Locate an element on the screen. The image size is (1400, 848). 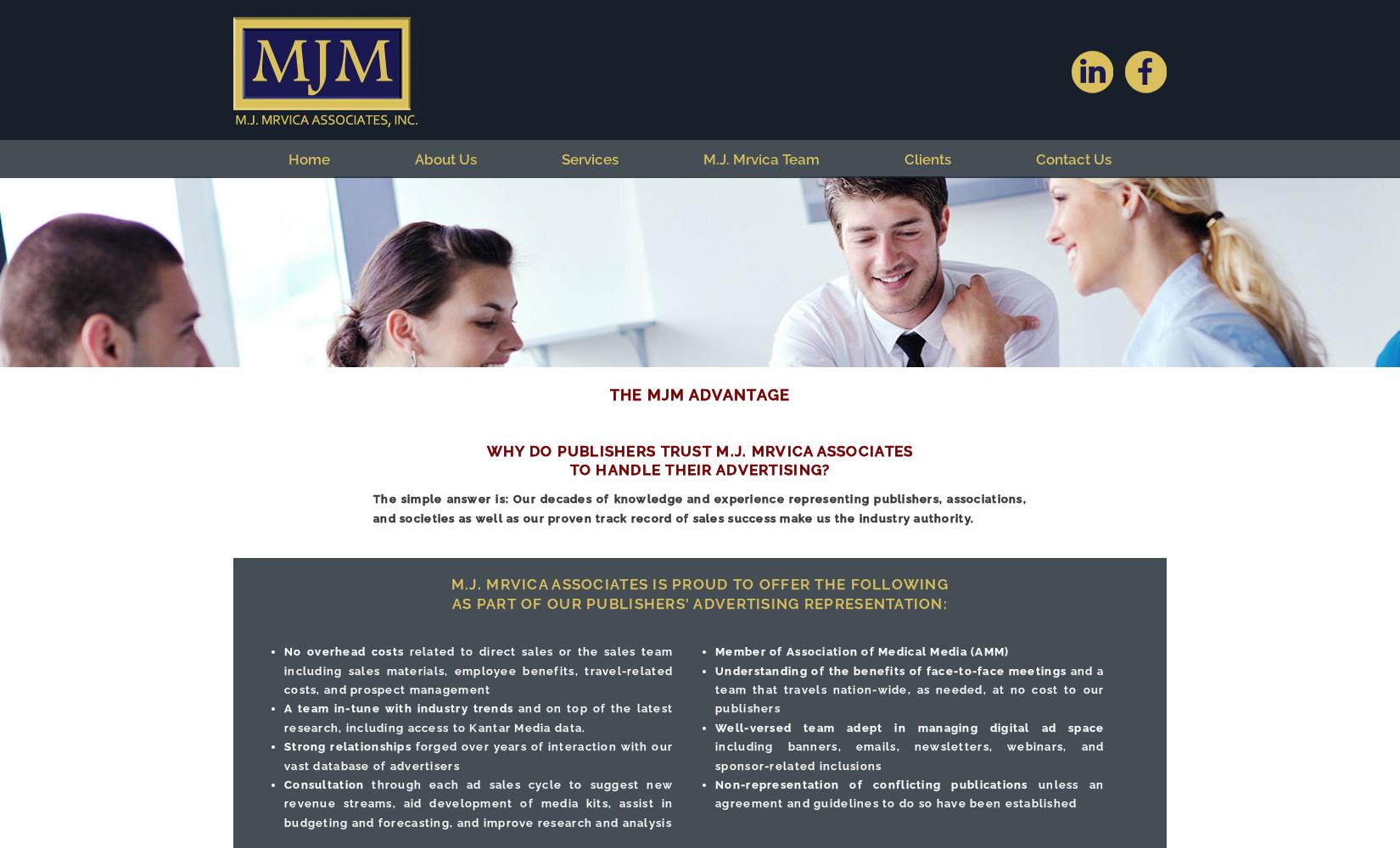
'Understanding  of the benefits of face-to-face meetings' is located at coordinates (714, 670).